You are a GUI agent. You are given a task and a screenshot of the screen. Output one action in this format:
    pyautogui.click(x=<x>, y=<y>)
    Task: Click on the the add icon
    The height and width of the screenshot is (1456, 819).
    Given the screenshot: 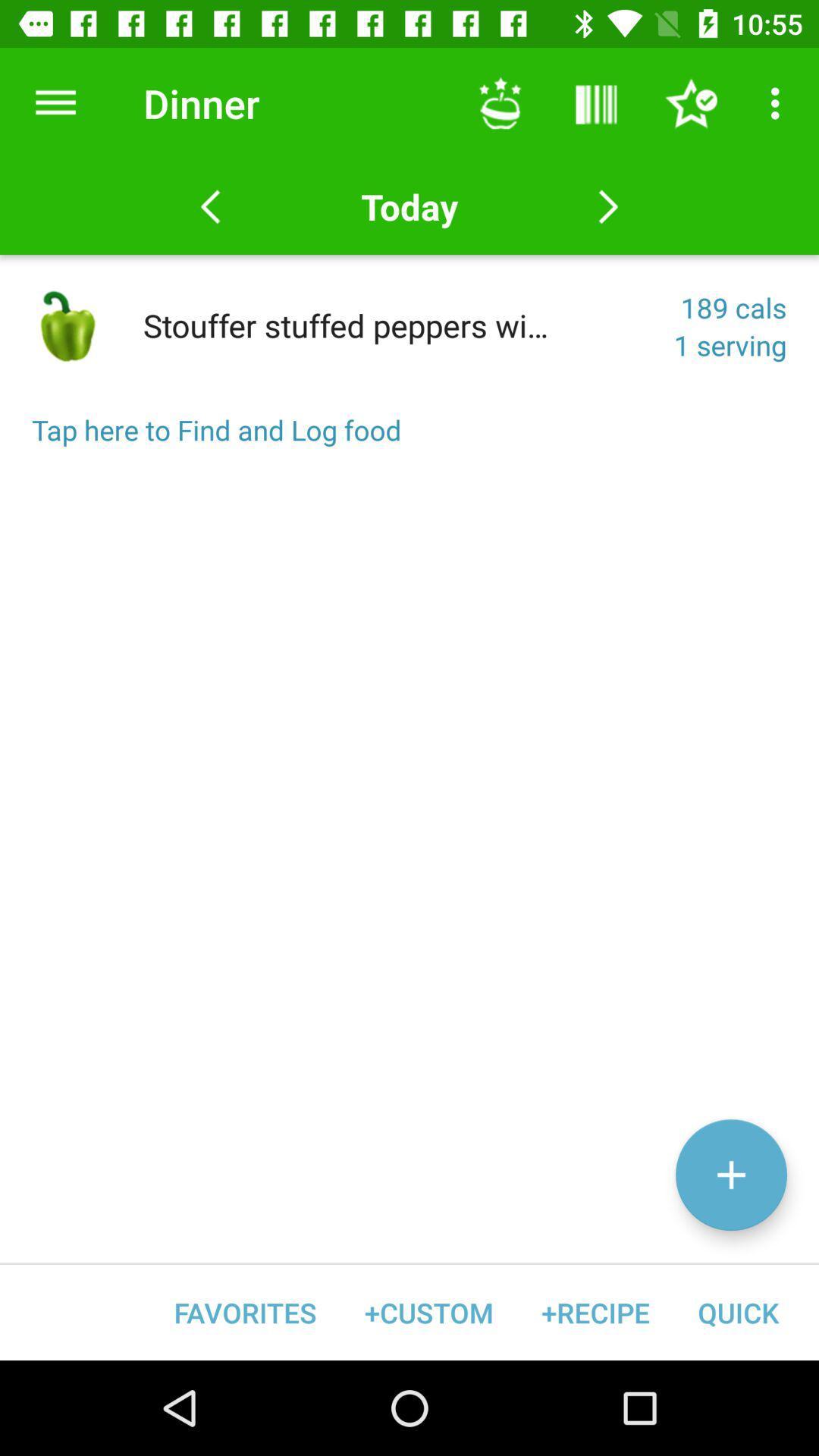 What is the action you would take?
    pyautogui.click(x=730, y=1174)
    